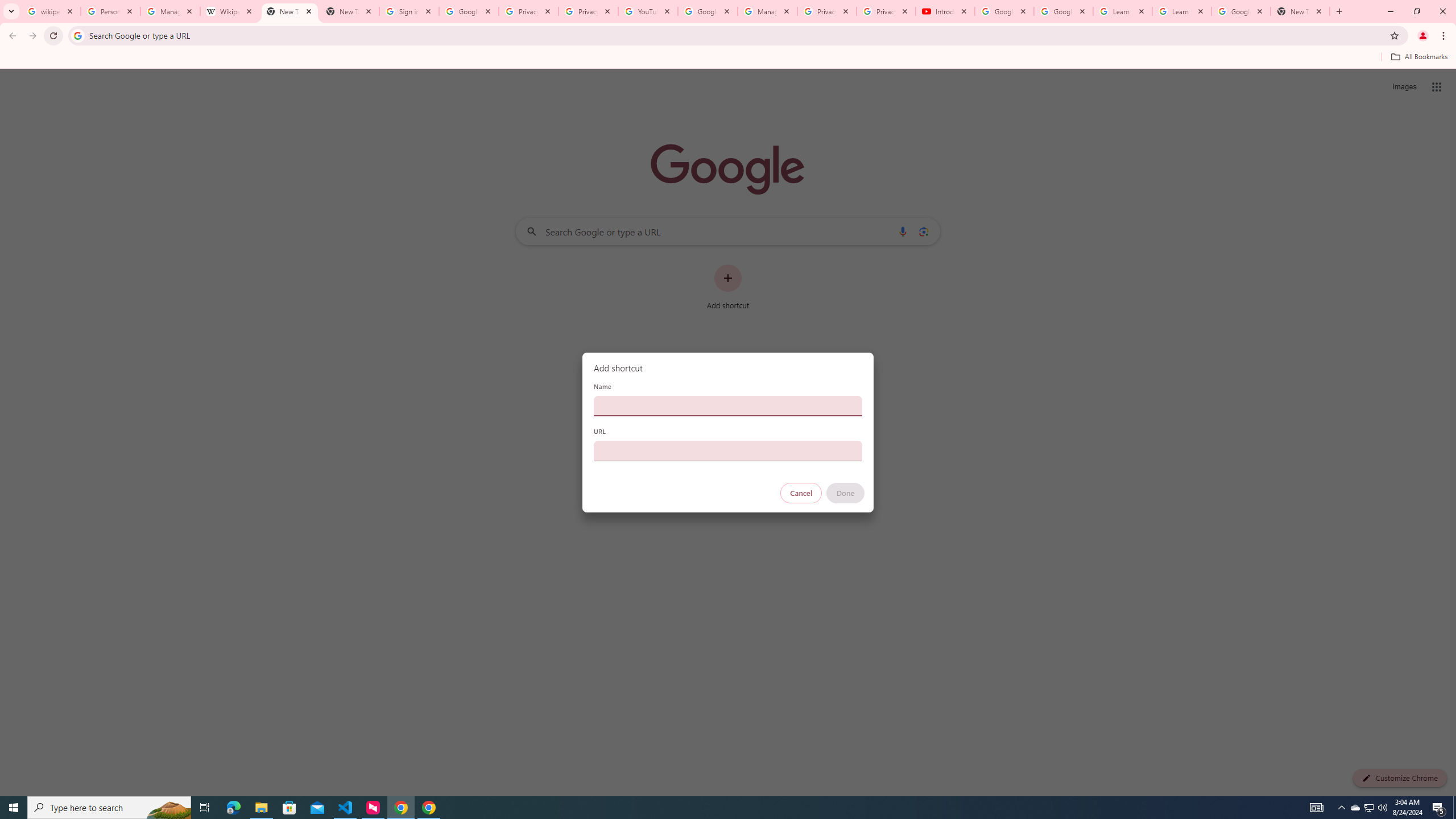  Describe the element at coordinates (728, 405) in the screenshot. I see `'Name'` at that location.